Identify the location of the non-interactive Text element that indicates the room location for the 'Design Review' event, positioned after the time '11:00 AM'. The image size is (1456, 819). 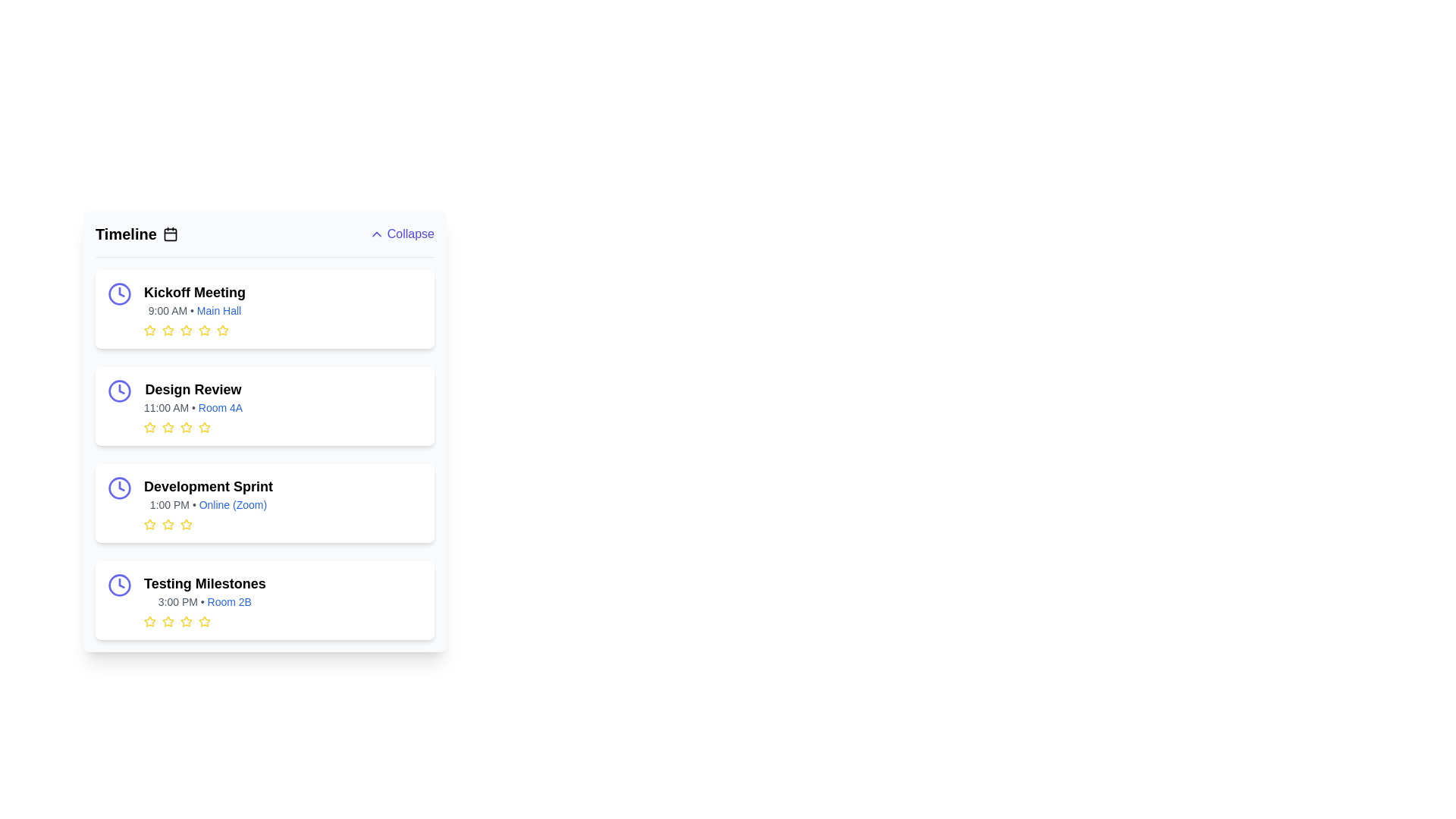
(220, 406).